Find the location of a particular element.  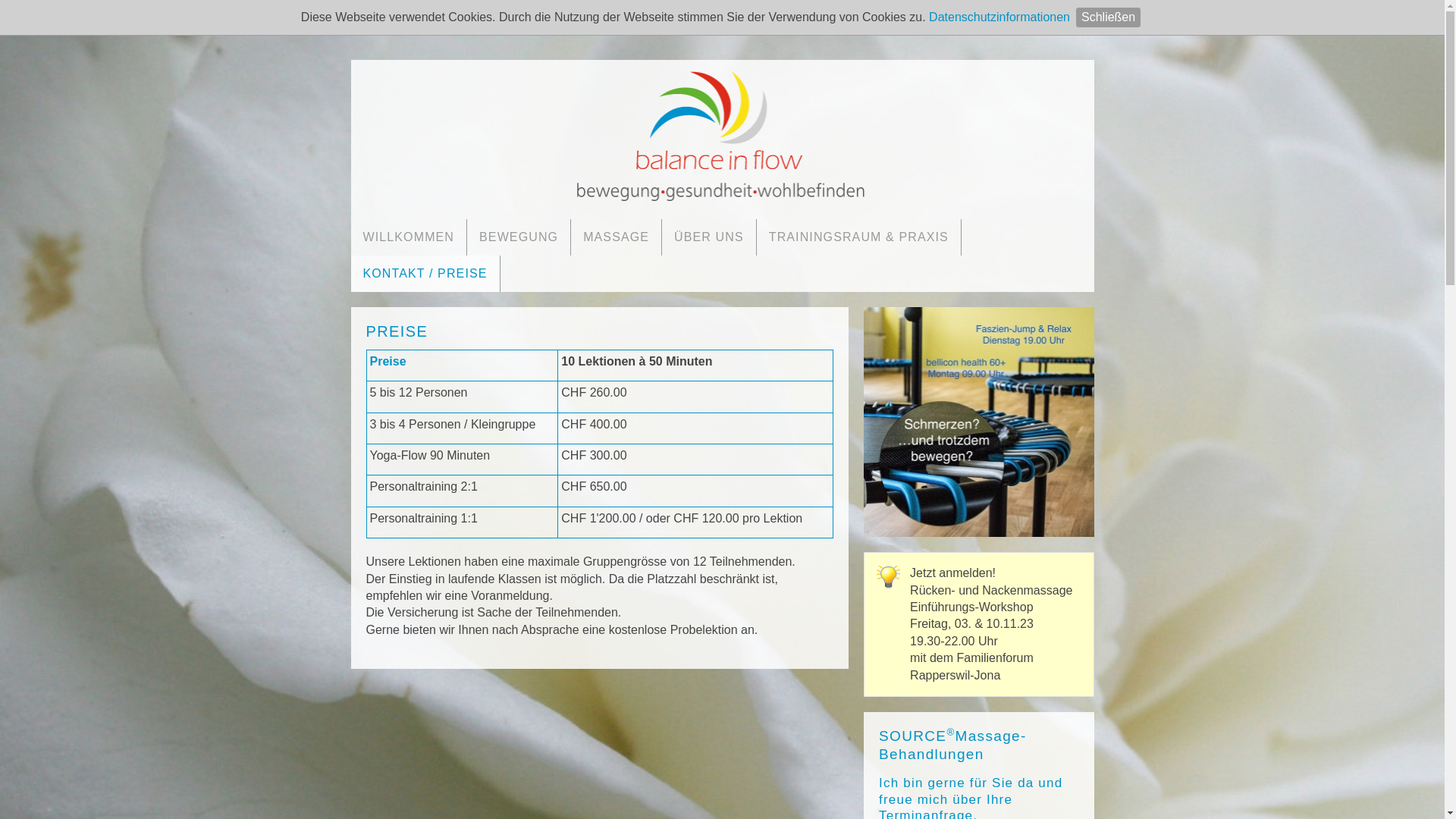

'BEWEGUNG' is located at coordinates (519, 237).